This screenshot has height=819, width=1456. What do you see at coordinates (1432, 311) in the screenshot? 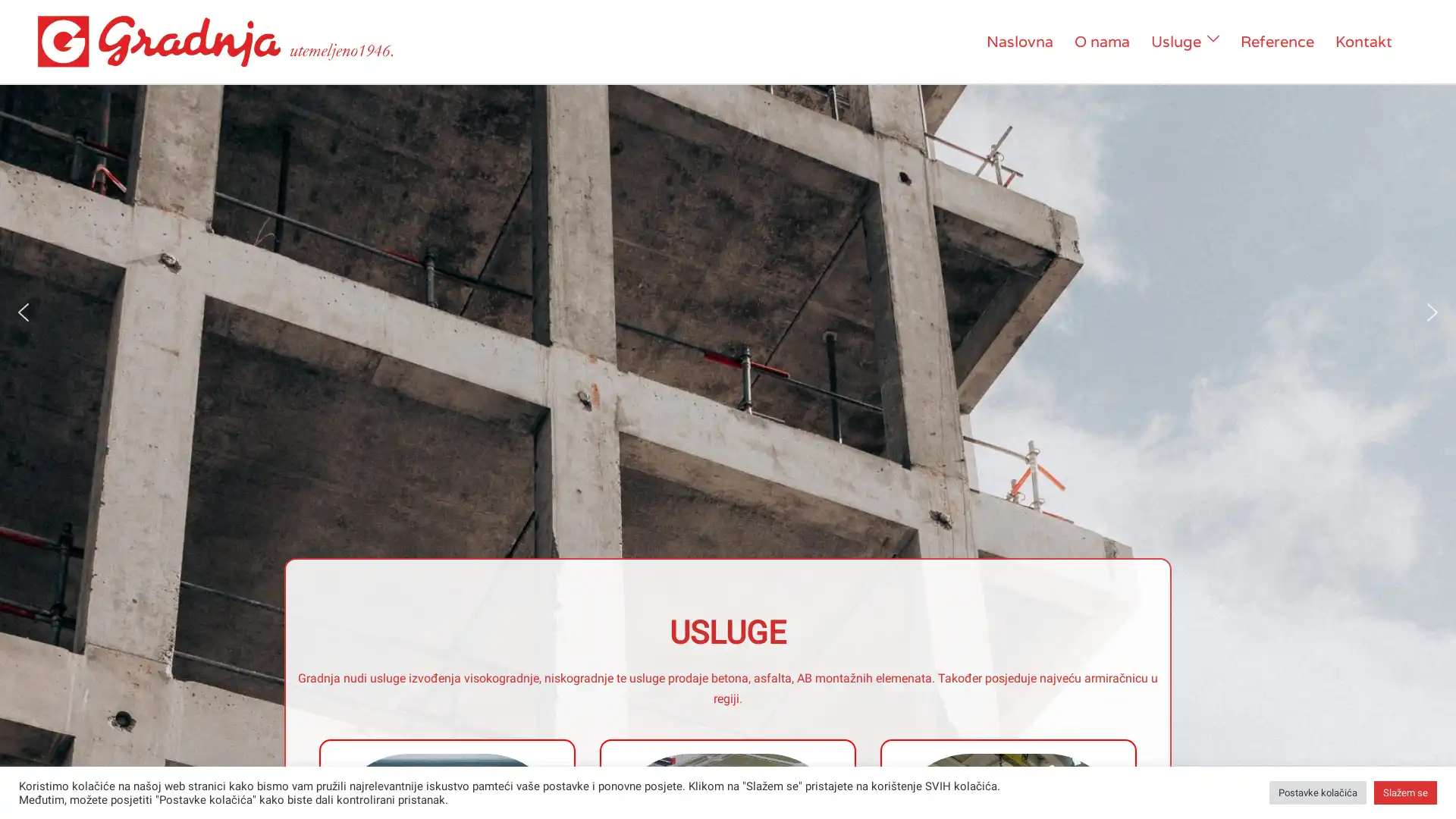
I see `next arrow` at bounding box center [1432, 311].